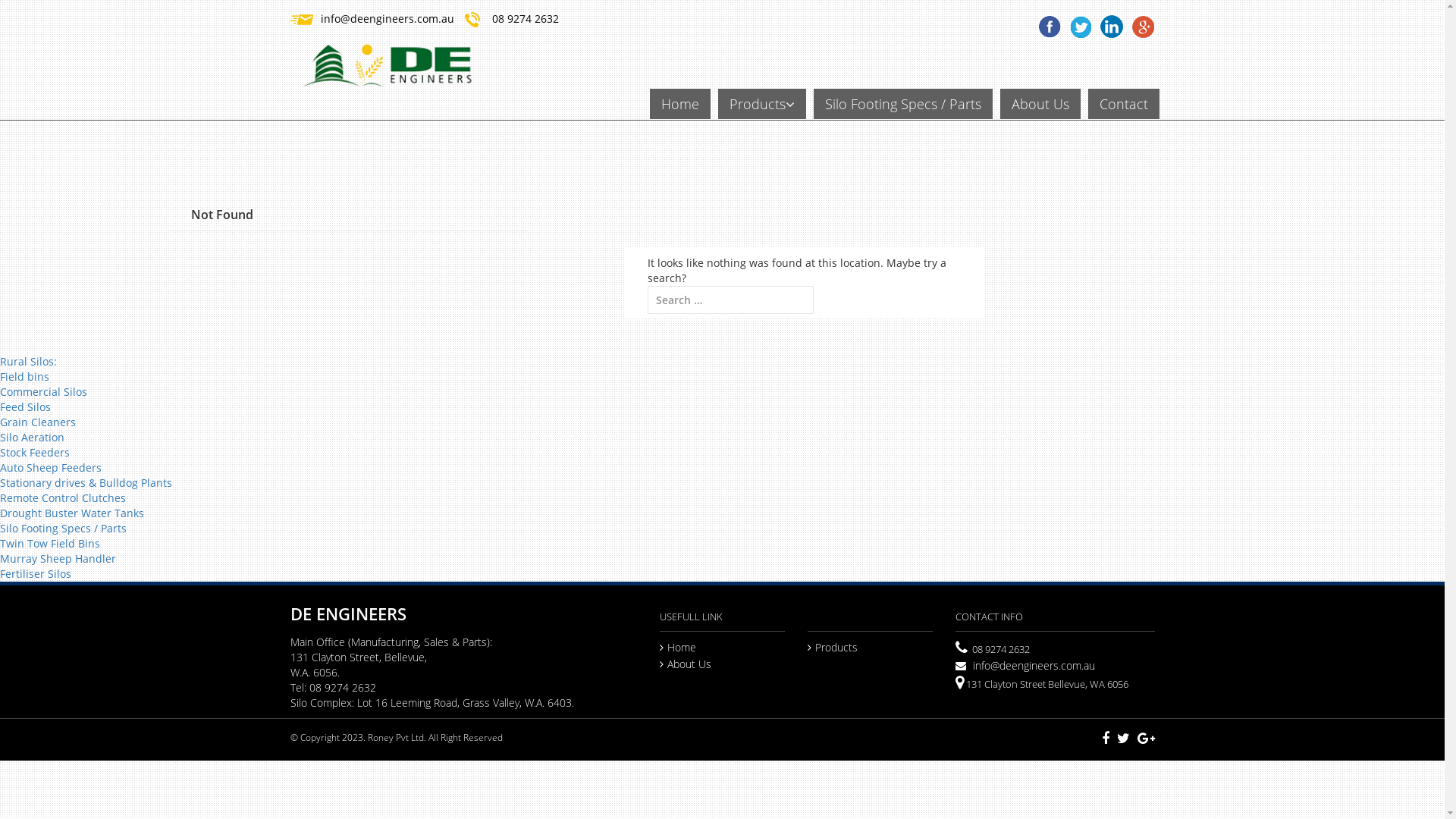 This screenshot has width=1456, height=819. I want to click on 'Products', so click(832, 647).